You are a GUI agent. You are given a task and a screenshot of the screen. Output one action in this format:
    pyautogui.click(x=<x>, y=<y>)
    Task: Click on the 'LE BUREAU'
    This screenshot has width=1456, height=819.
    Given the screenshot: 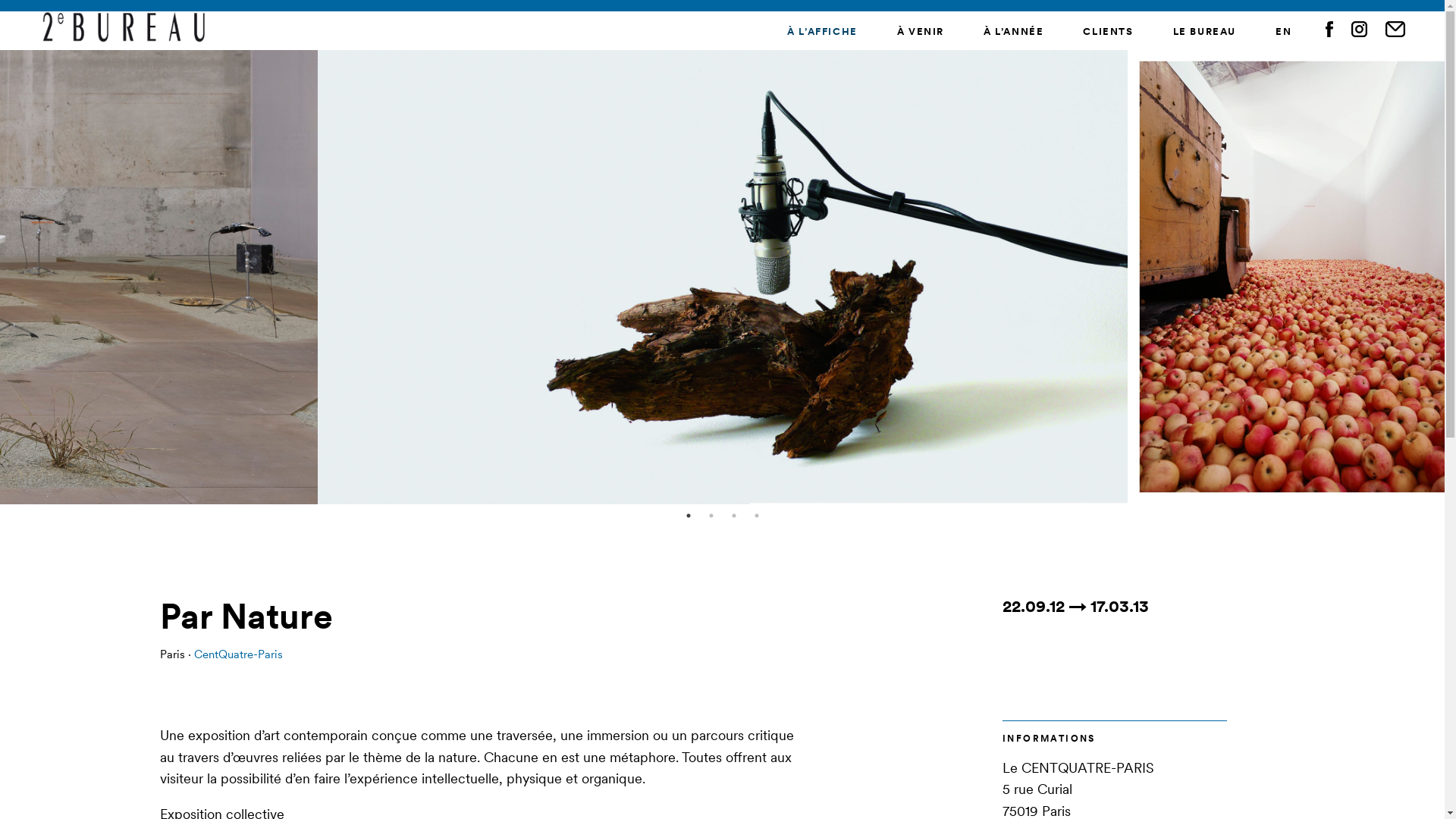 What is the action you would take?
    pyautogui.click(x=1203, y=31)
    